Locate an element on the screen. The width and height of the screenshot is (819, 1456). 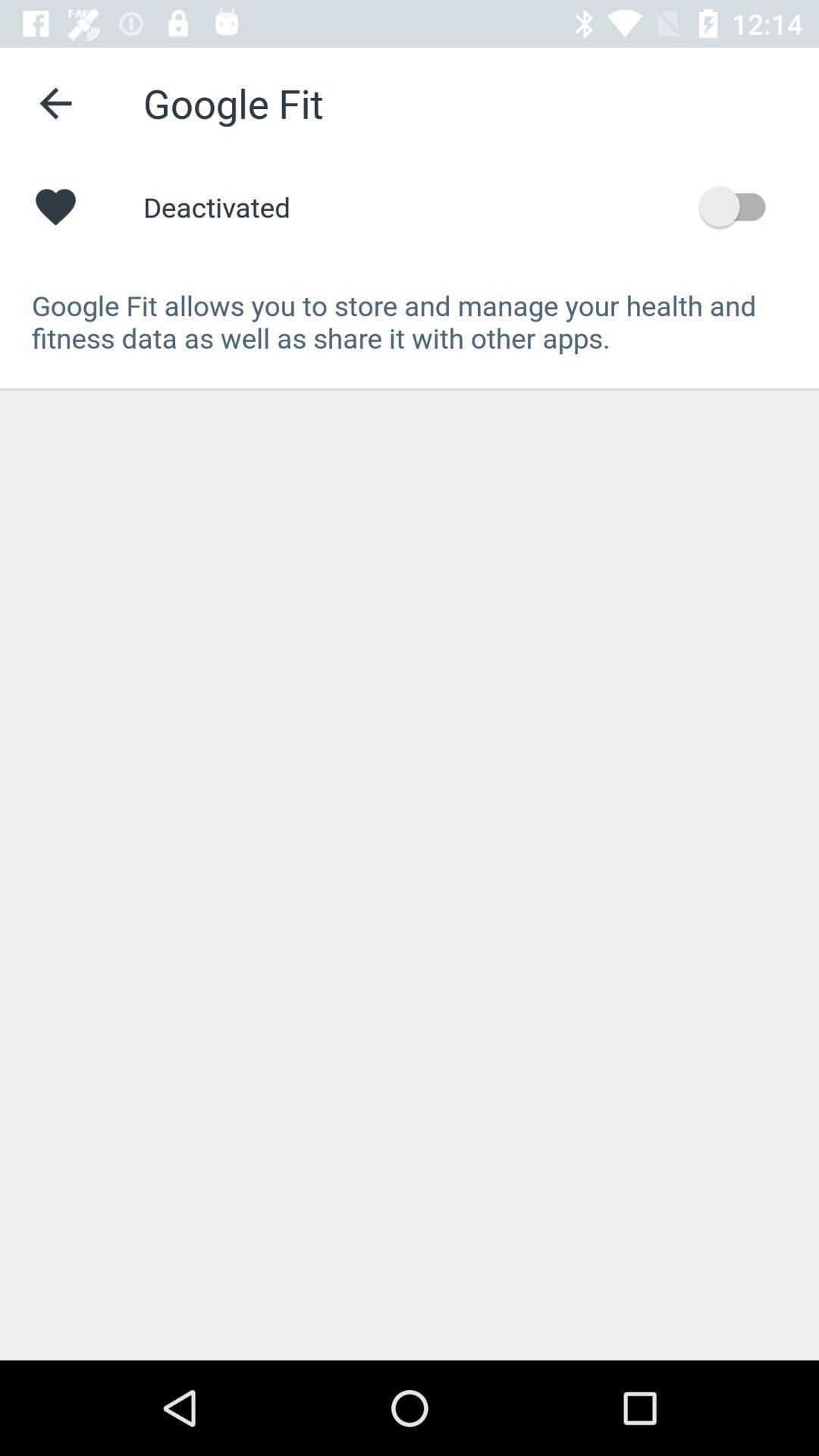
the item to the right of deactivated is located at coordinates (739, 206).